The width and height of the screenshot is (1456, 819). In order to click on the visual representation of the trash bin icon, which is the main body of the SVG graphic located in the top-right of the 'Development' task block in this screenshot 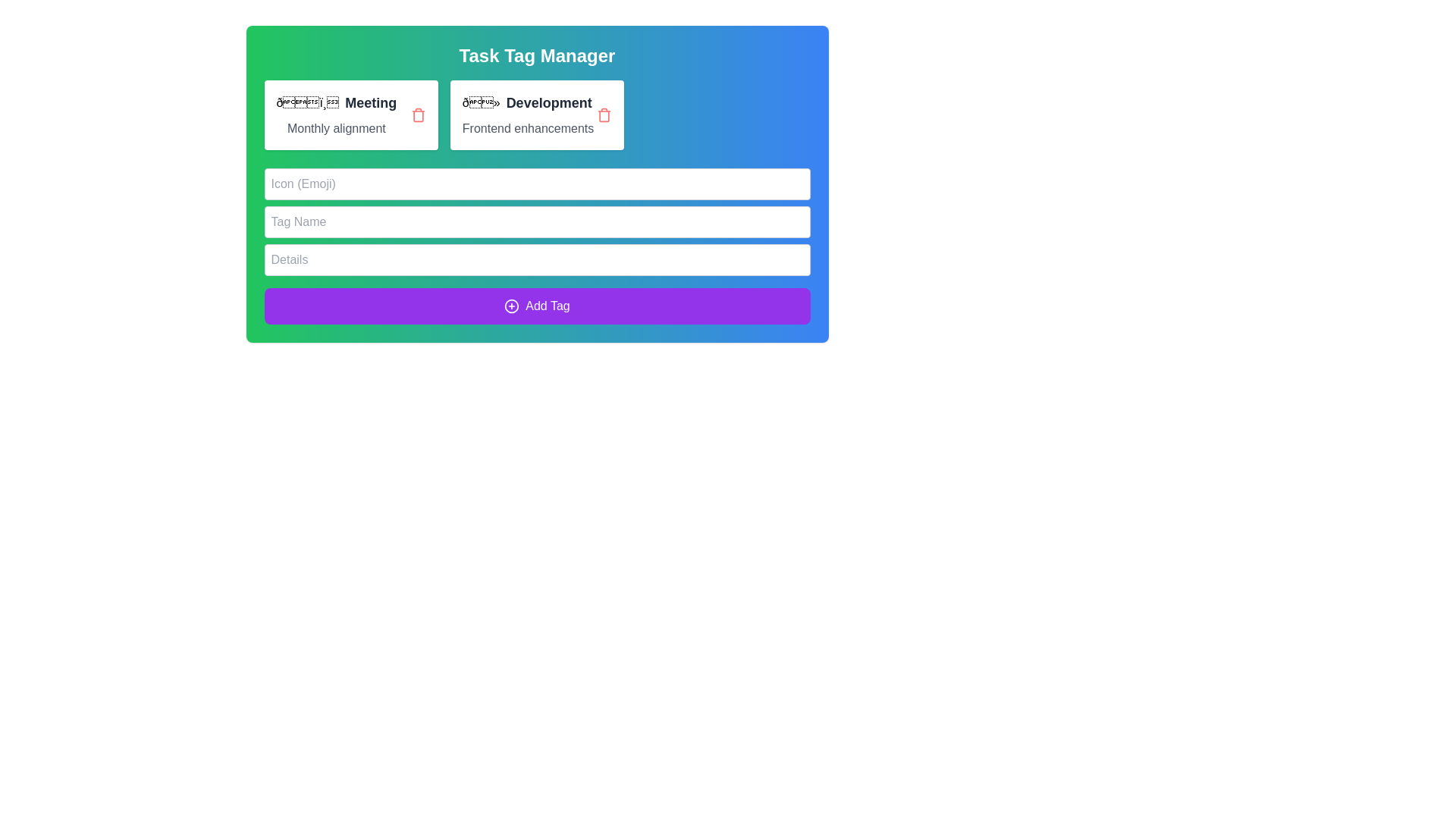, I will do `click(604, 115)`.